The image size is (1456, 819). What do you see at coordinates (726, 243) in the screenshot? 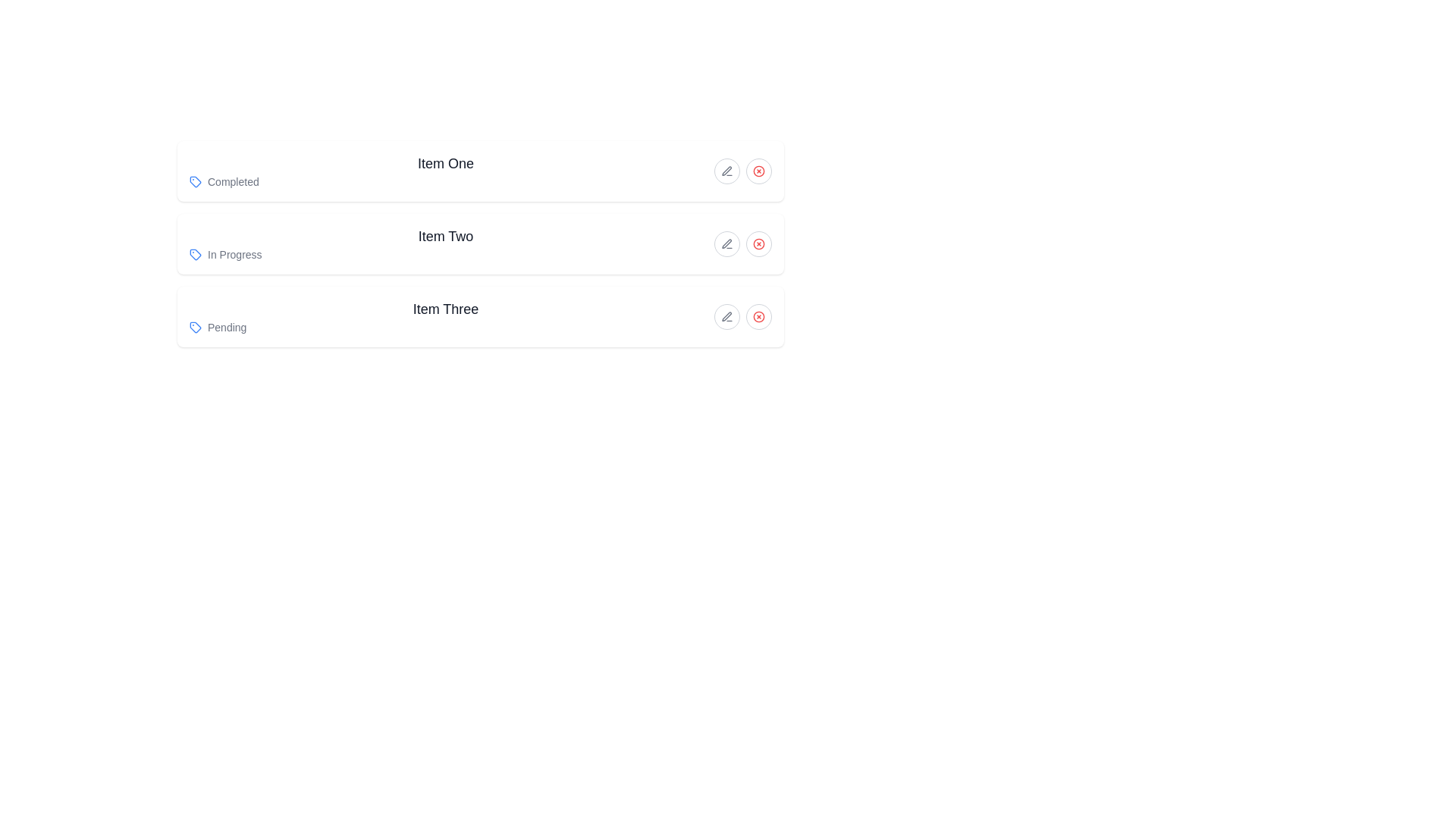
I see `the edit icon resembling a pen located within a button` at bounding box center [726, 243].